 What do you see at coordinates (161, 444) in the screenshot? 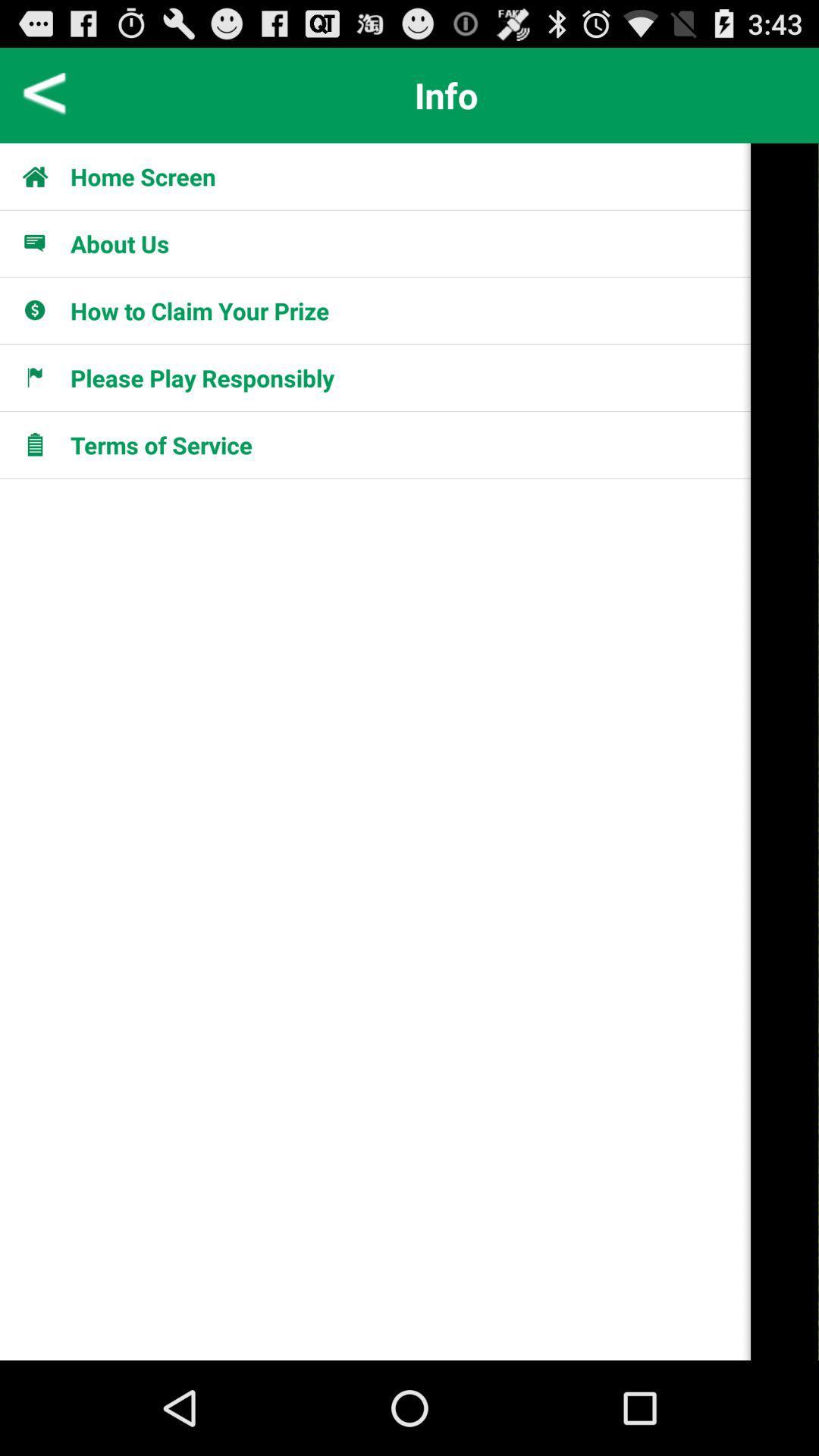
I see `terms of service app` at bounding box center [161, 444].